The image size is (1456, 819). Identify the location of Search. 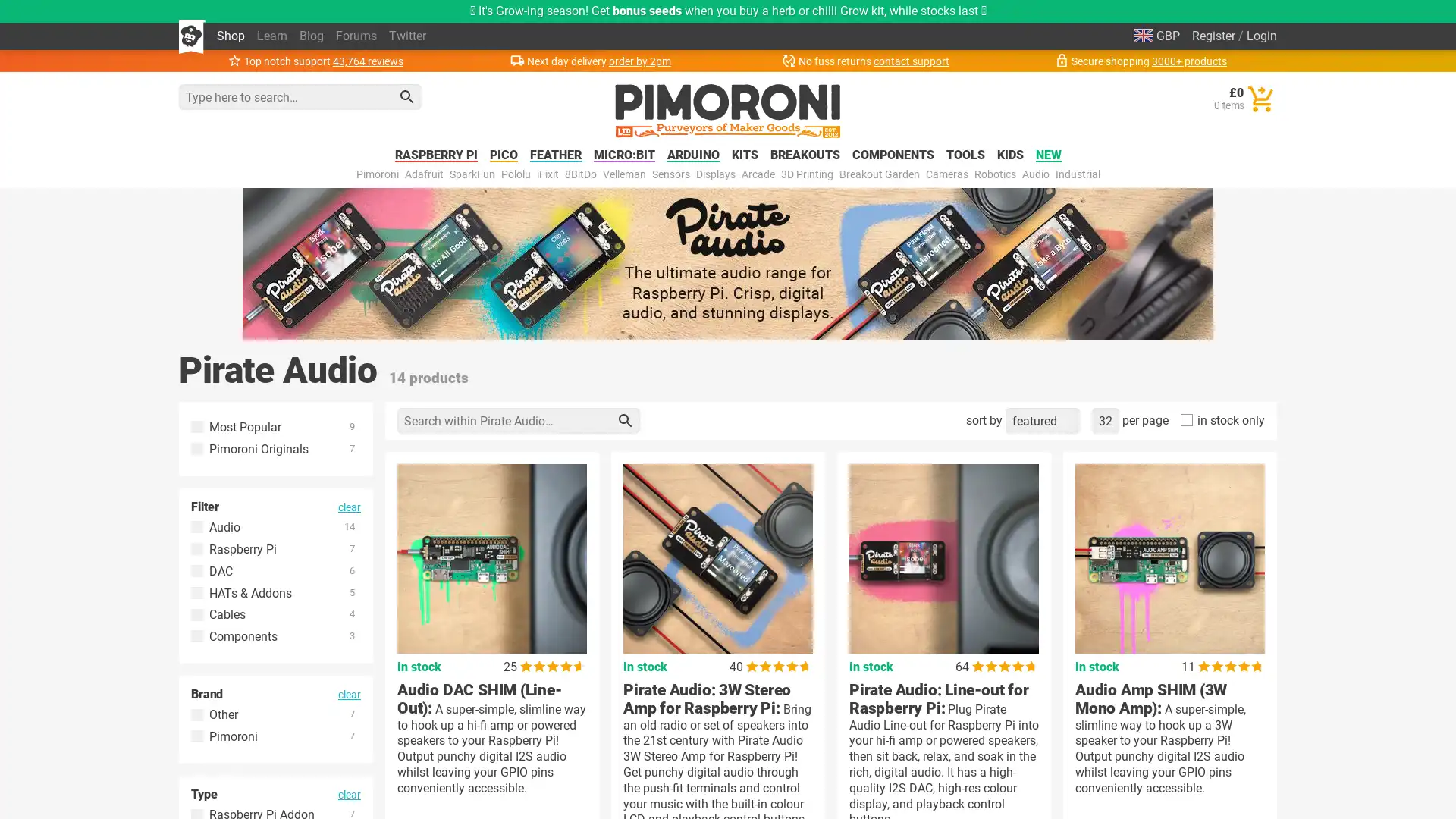
(407, 96).